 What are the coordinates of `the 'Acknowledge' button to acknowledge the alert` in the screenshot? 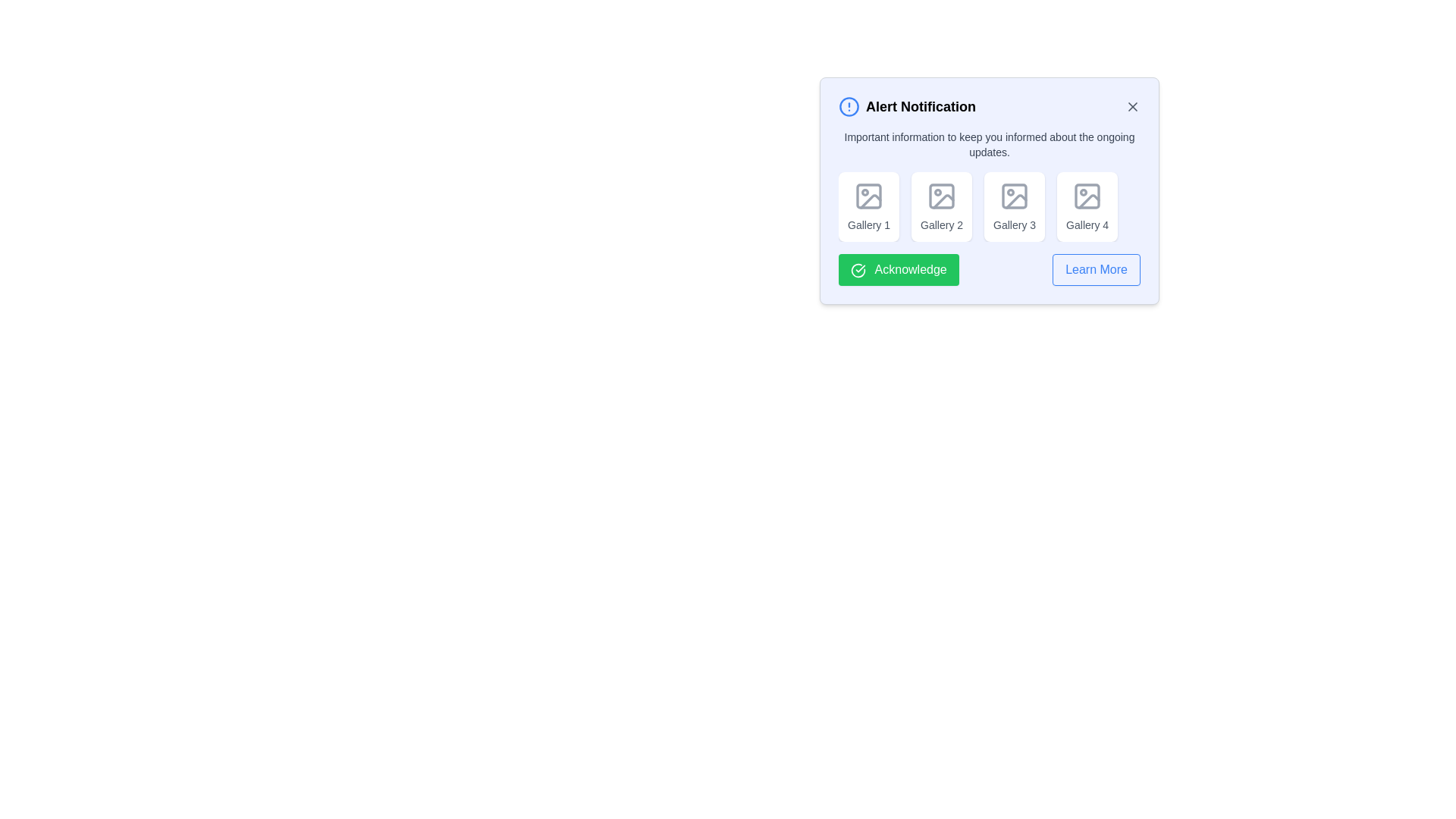 It's located at (899, 268).